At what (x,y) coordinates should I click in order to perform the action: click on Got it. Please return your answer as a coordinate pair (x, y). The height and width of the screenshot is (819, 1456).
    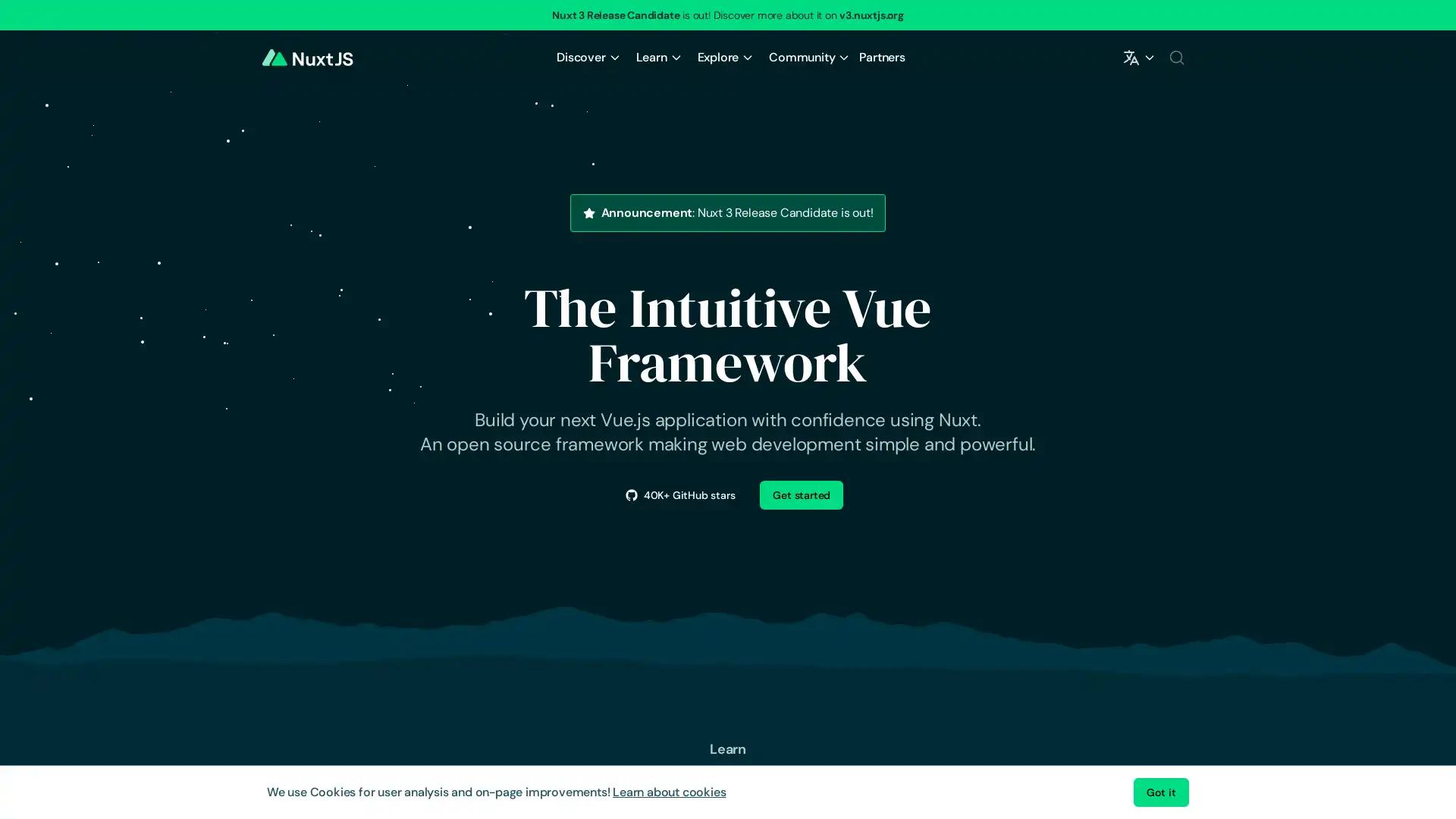
    Looking at the image, I should click on (1160, 792).